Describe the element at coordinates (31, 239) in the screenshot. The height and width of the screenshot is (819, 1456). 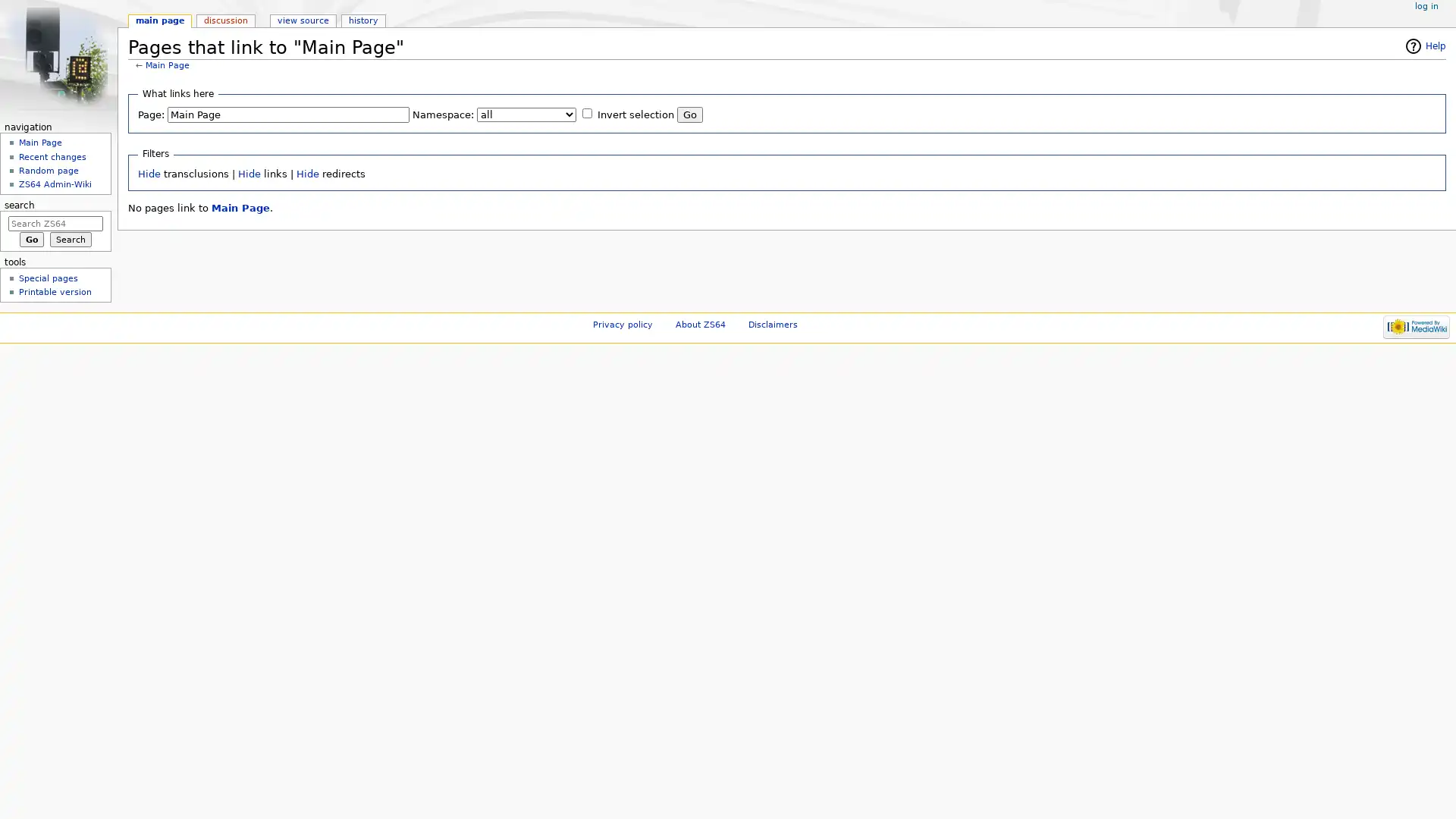
I see `Go` at that location.